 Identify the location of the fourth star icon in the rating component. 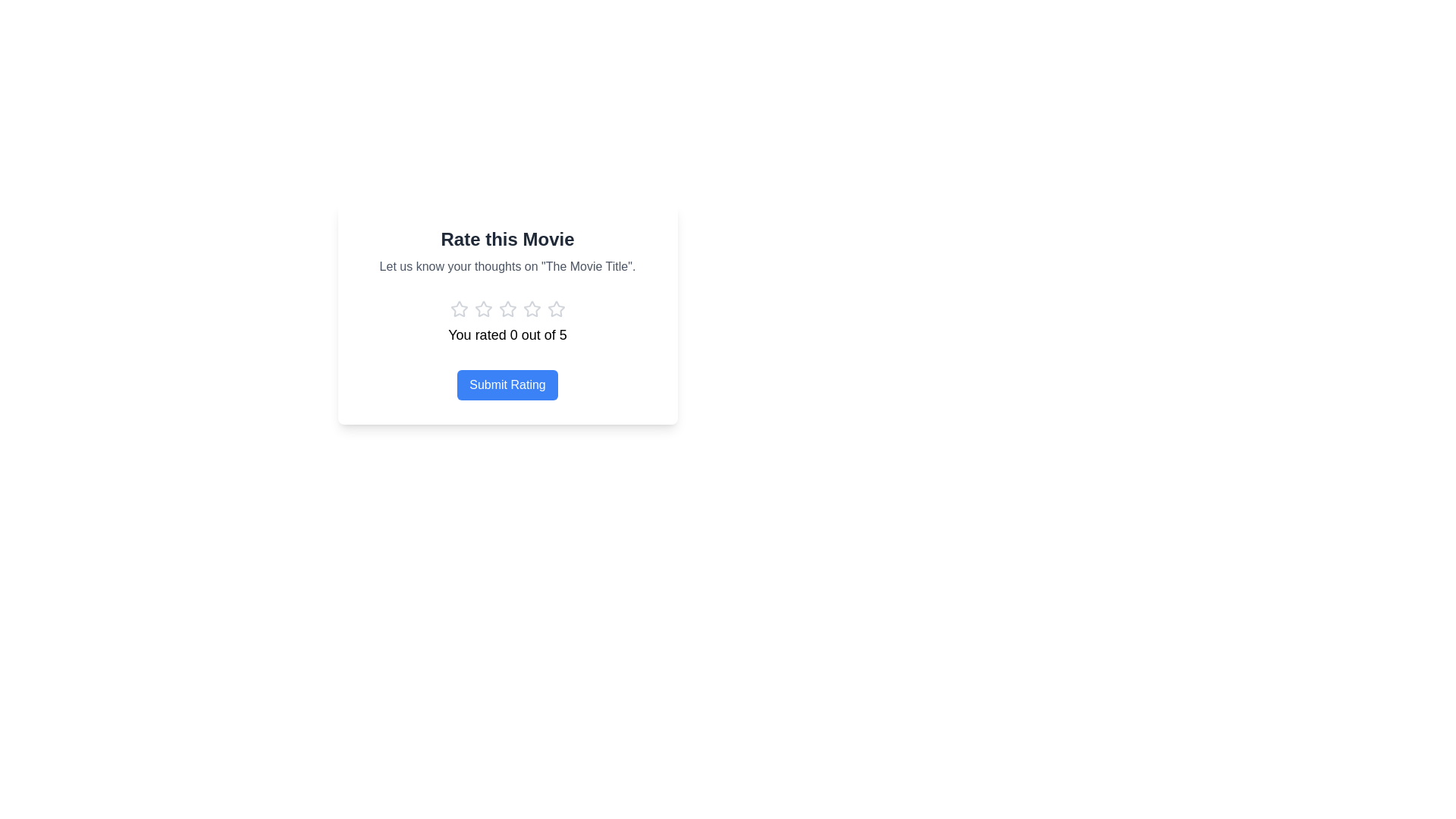
(507, 309).